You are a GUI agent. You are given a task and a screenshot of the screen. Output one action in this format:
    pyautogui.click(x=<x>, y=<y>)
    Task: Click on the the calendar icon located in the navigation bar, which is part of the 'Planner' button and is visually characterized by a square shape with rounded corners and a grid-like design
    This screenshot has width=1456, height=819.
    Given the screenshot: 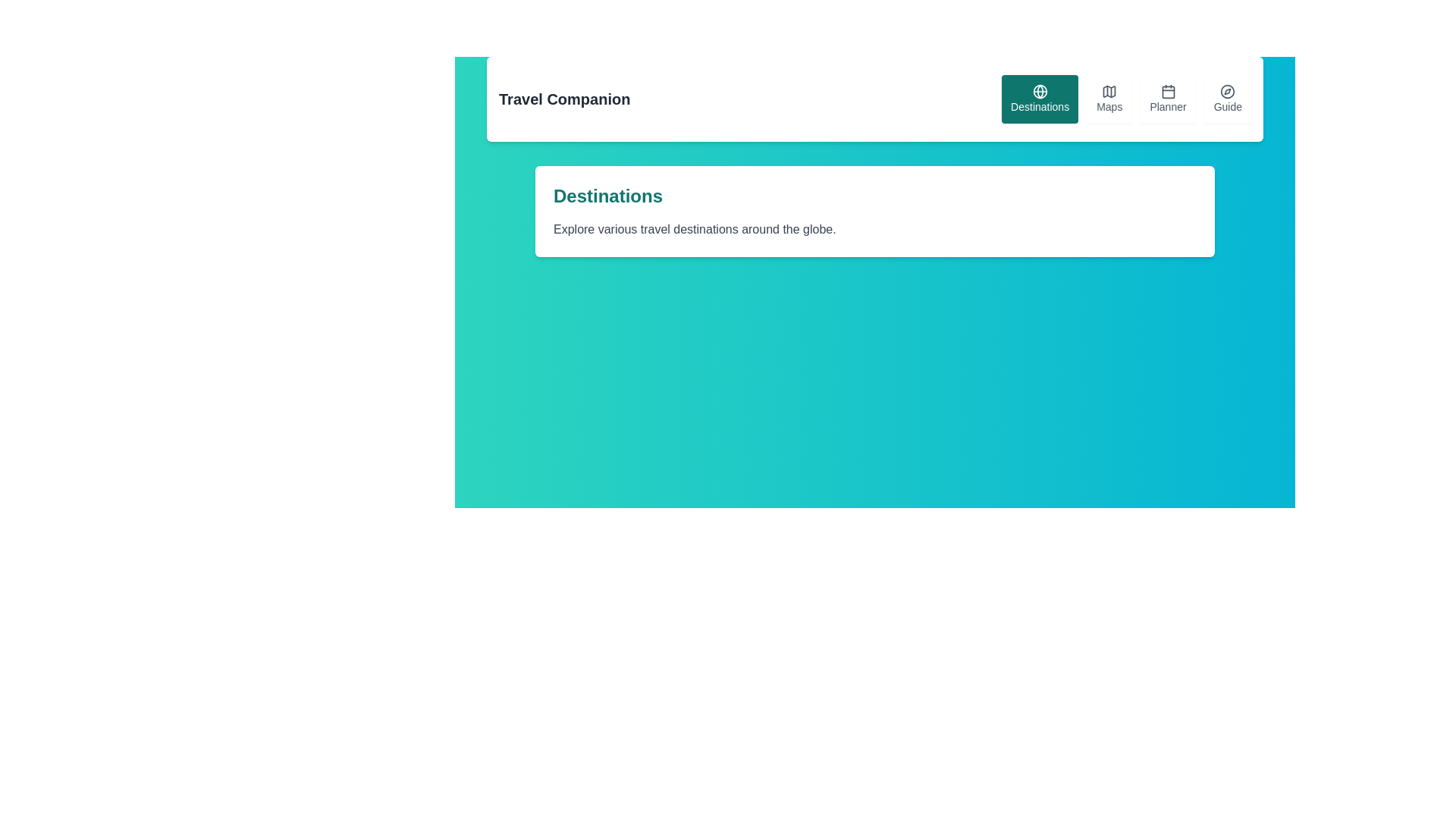 What is the action you would take?
    pyautogui.click(x=1167, y=91)
    